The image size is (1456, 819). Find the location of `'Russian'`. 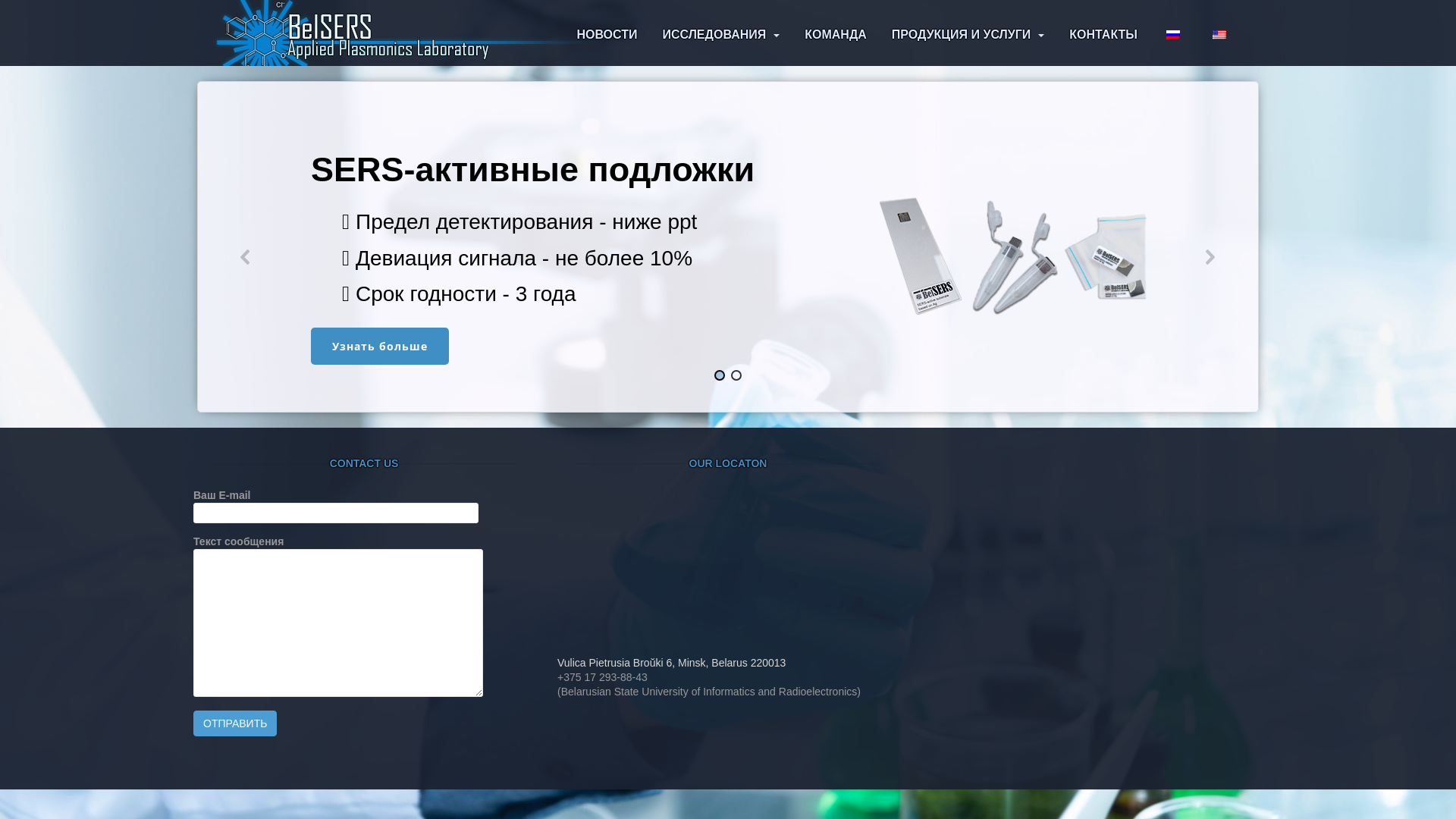

'Russian' is located at coordinates (1172, 34).